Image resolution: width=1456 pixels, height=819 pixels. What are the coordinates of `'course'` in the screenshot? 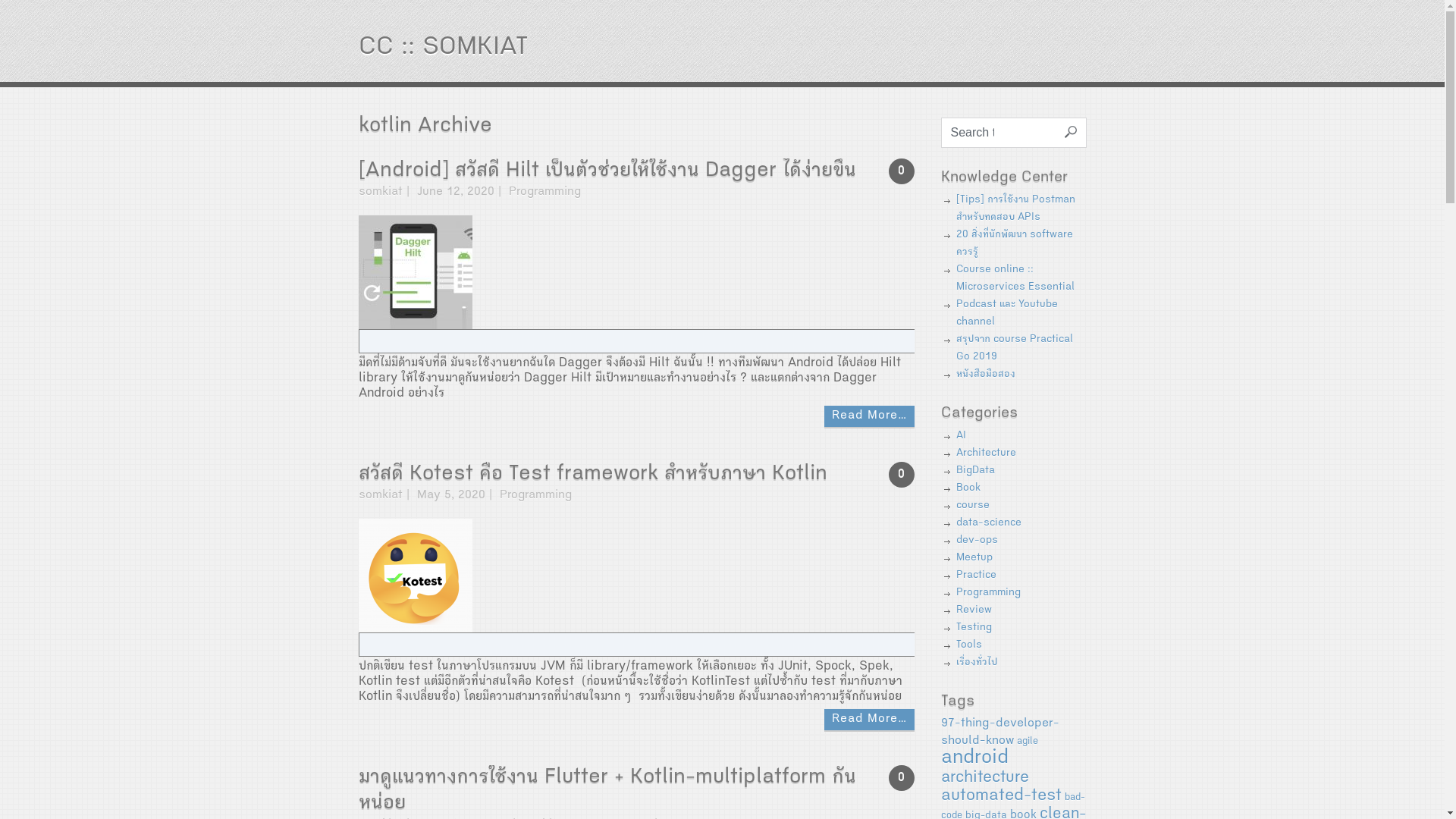 It's located at (971, 506).